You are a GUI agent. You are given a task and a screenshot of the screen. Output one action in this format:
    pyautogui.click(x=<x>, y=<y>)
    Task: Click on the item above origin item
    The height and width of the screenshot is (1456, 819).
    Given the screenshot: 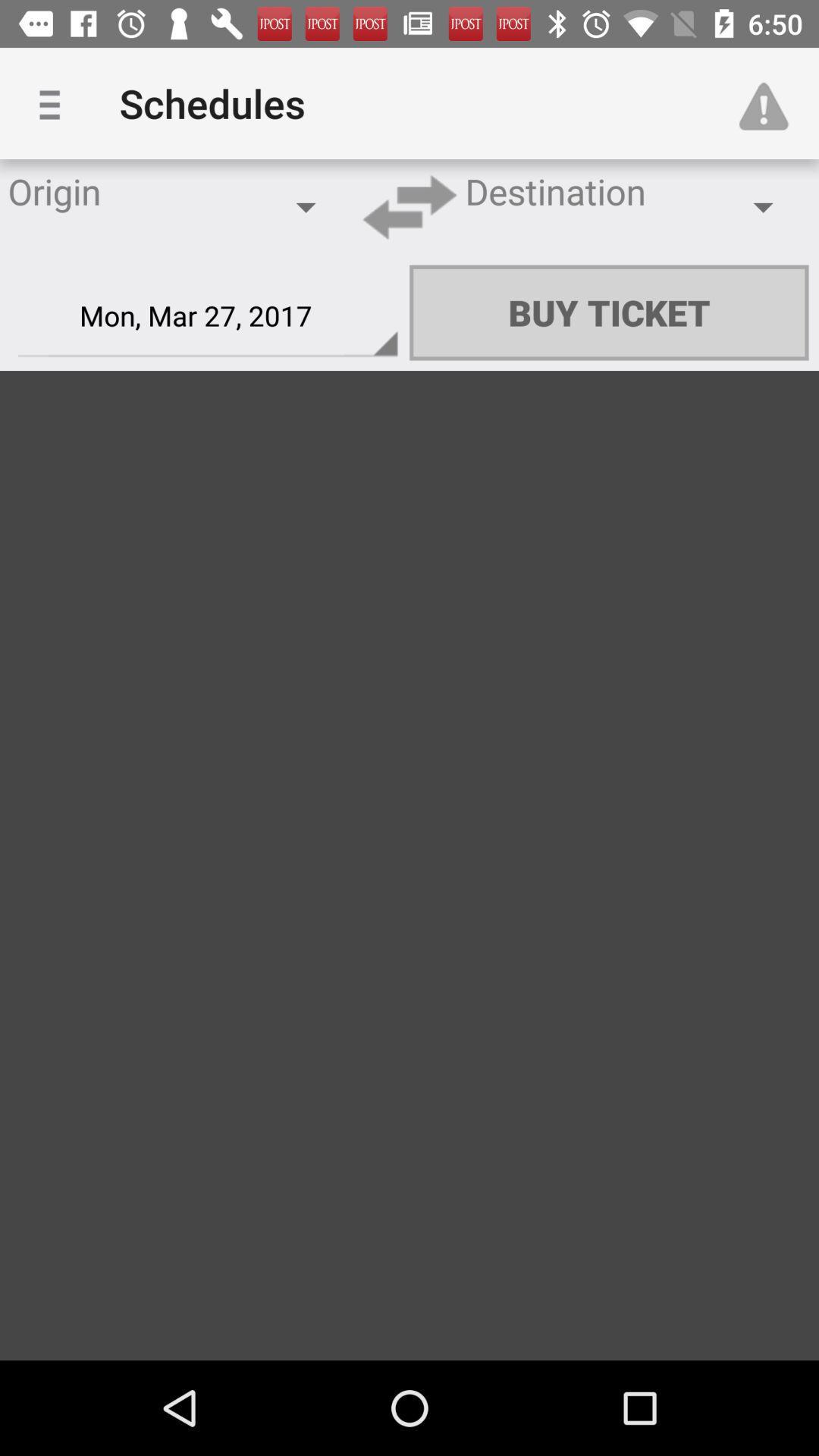 What is the action you would take?
    pyautogui.click(x=55, y=102)
    